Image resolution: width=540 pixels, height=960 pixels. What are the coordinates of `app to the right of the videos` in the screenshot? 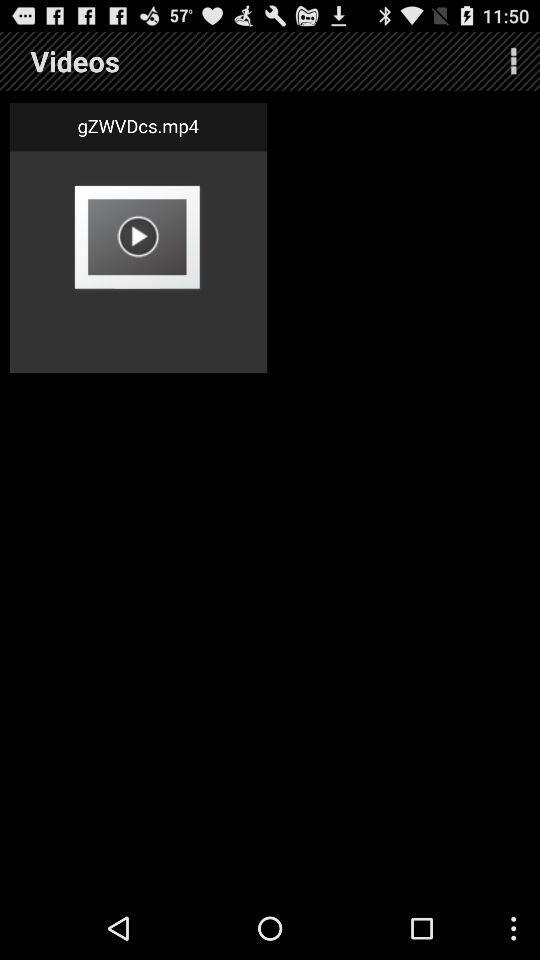 It's located at (513, 61).